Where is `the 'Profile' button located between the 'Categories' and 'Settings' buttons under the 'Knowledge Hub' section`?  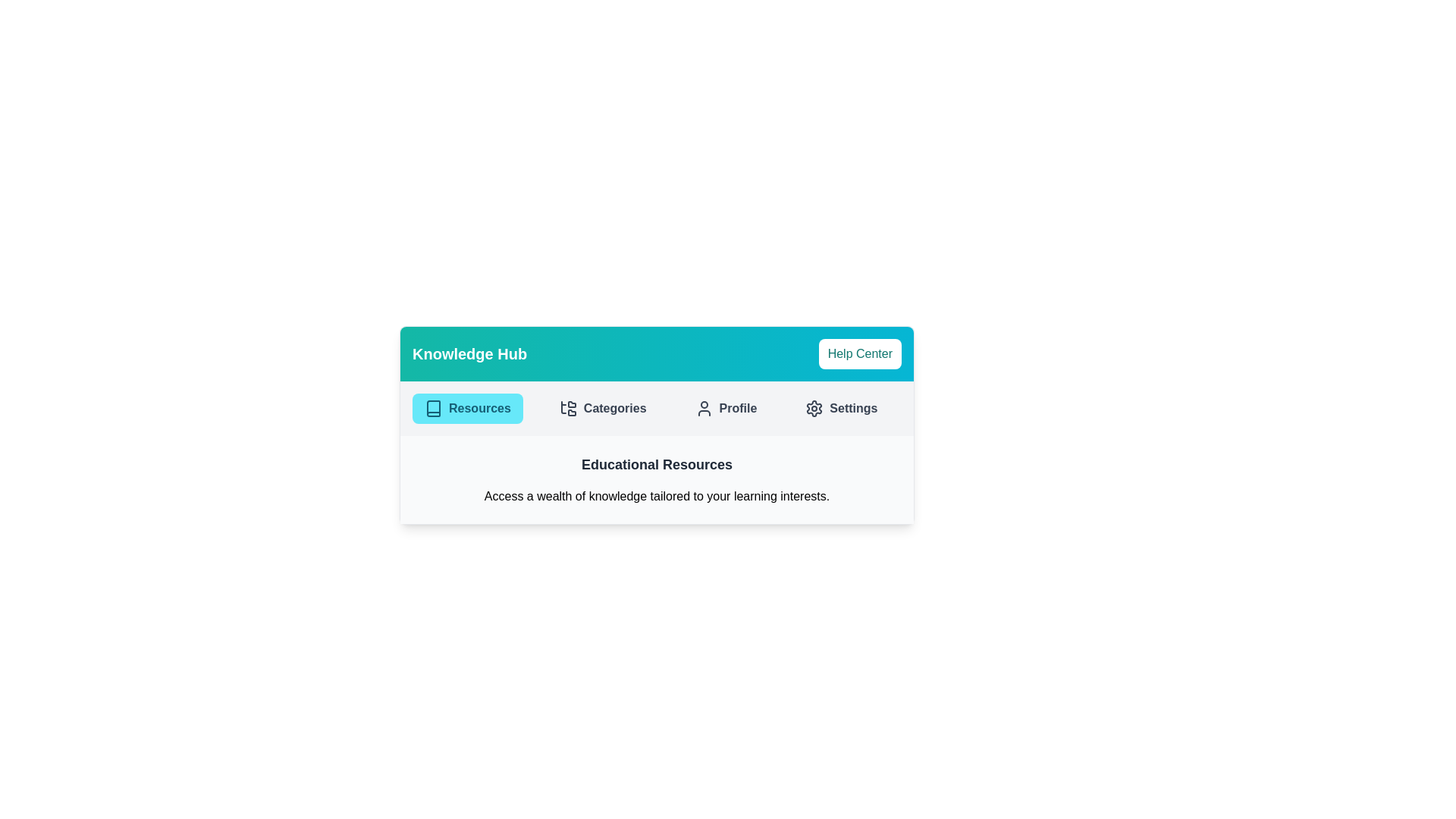
the 'Profile' button located between the 'Categories' and 'Settings' buttons under the 'Knowledge Hub' section is located at coordinates (724, 408).